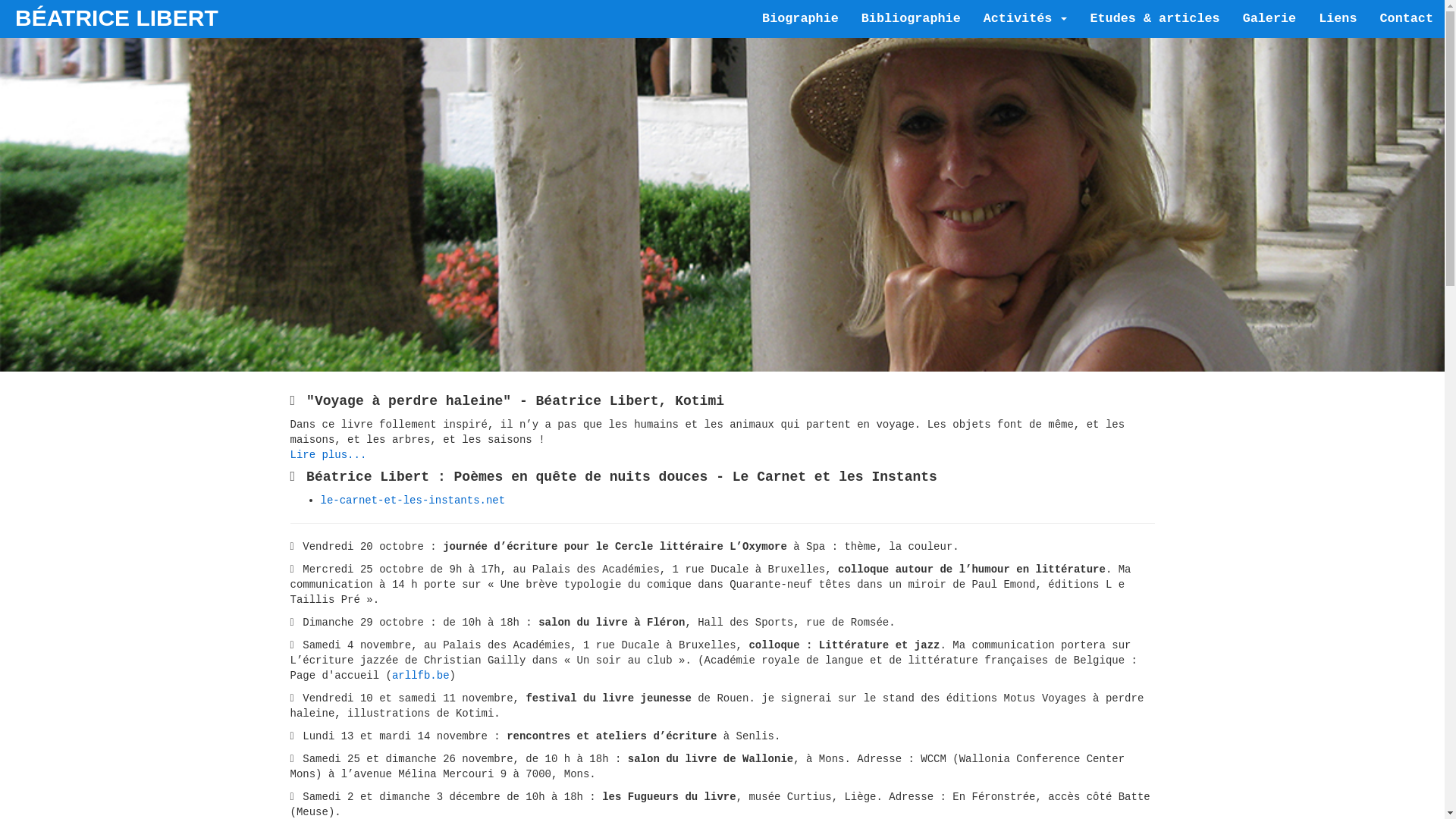 Image resolution: width=1456 pixels, height=819 pixels. I want to click on 'le-carnet-et-les-instants.net', so click(412, 500).